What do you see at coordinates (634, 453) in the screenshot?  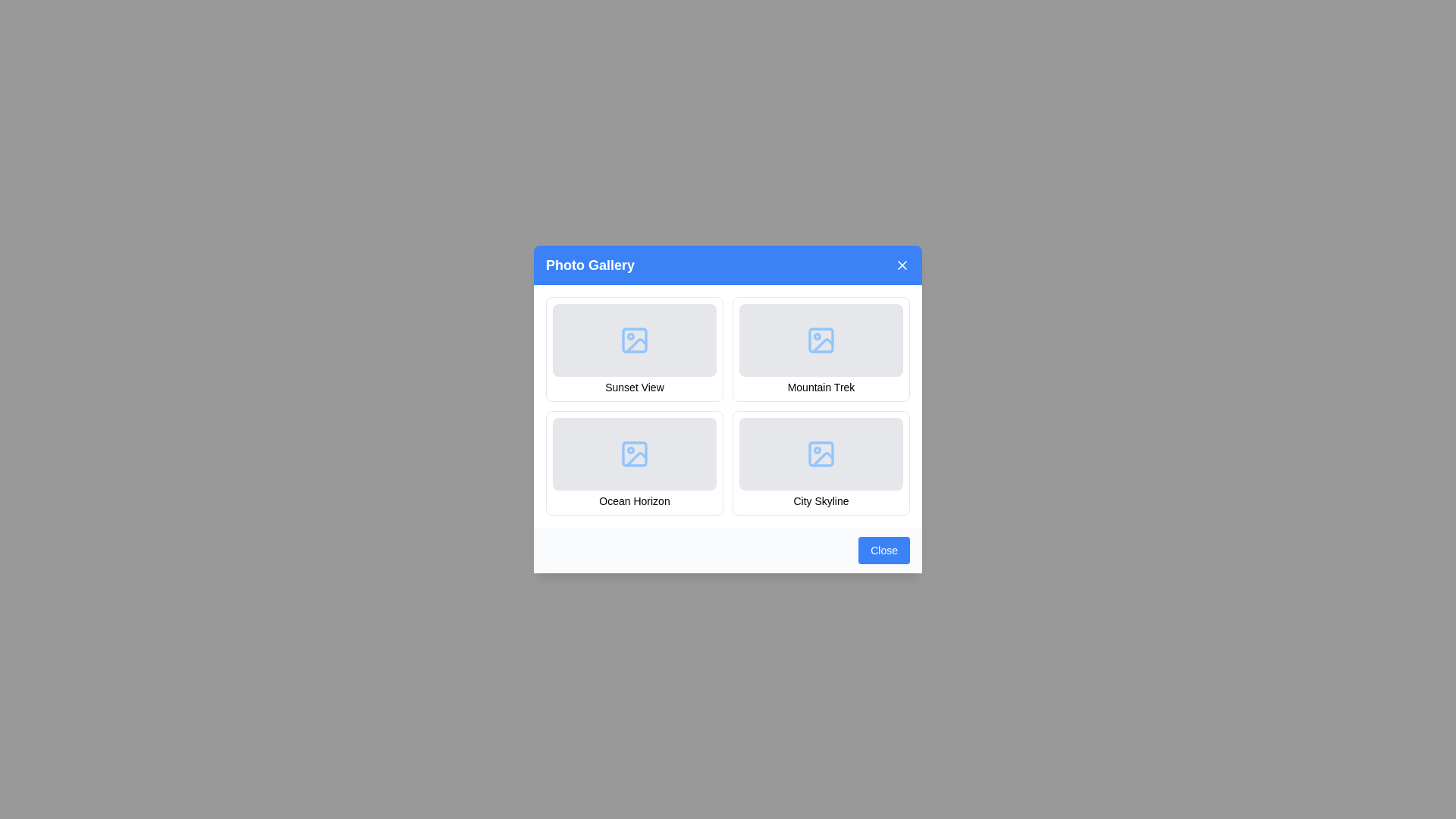 I see `the minimalistic image frame icon with a circular dot and mountain-like contour located in the 'Ocean Horizon' card within the 'Photo Gallery' modal` at bounding box center [634, 453].